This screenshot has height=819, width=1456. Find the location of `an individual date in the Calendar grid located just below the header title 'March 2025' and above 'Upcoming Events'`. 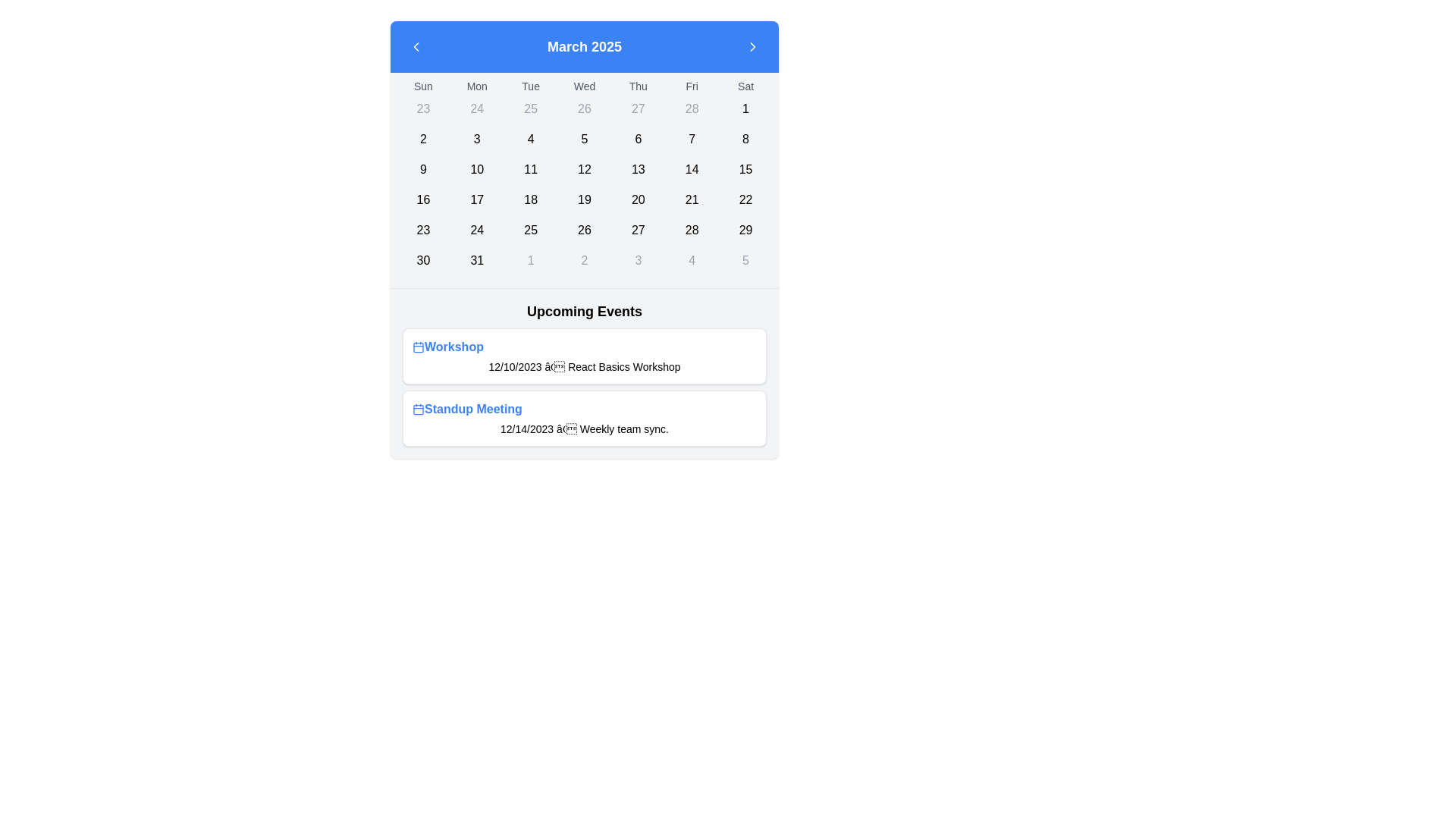

an individual date in the Calendar grid located just below the header title 'March 2025' and above 'Upcoming Events' is located at coordinates (584, 177).